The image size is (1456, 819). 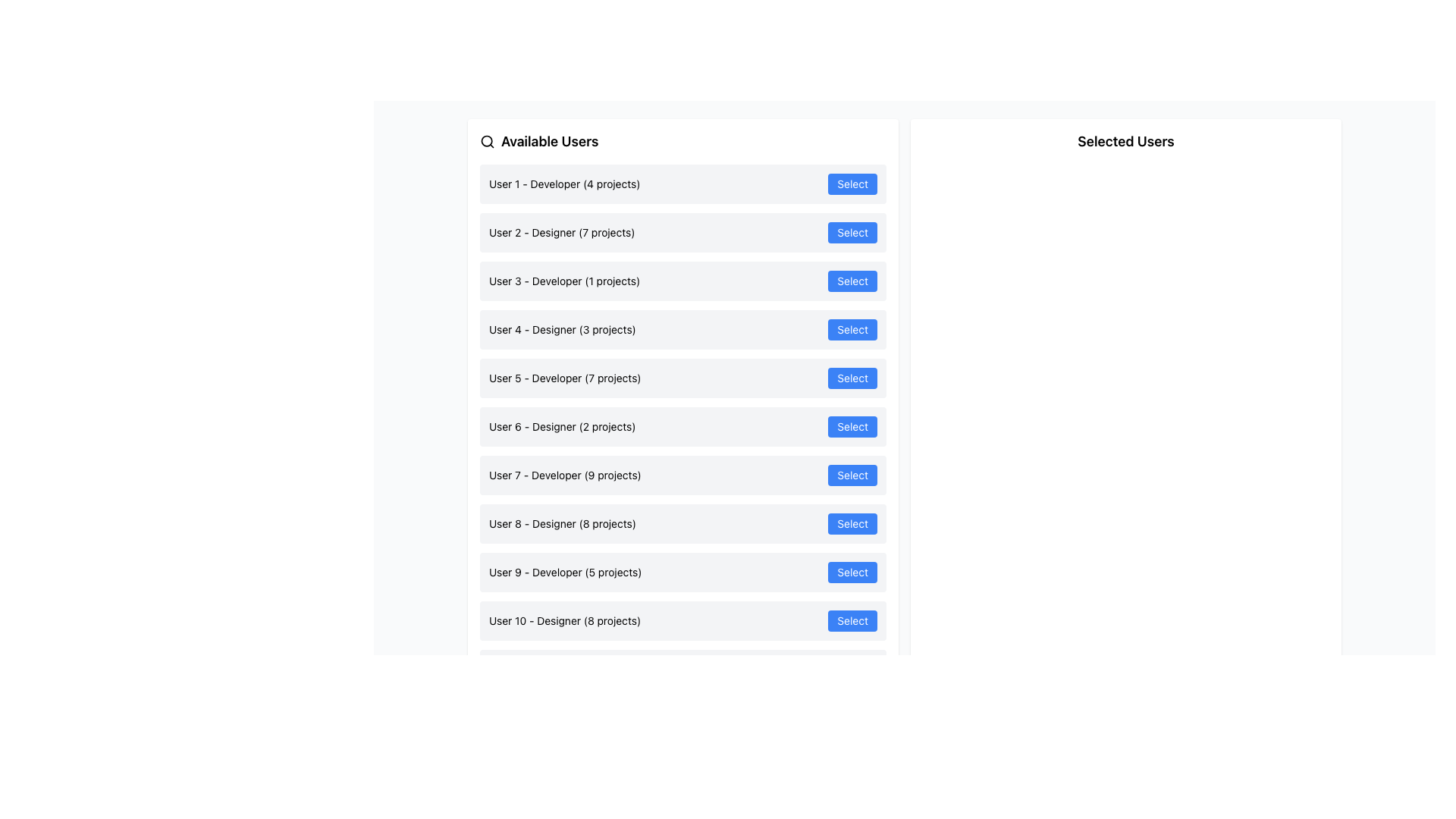 I want to click on the static text label displaying 'User 6 - Designer (2 projects)' located in the 'Available Users' panel, which is positioned to the left of the 'Select' button, so click(x=561, y=427).